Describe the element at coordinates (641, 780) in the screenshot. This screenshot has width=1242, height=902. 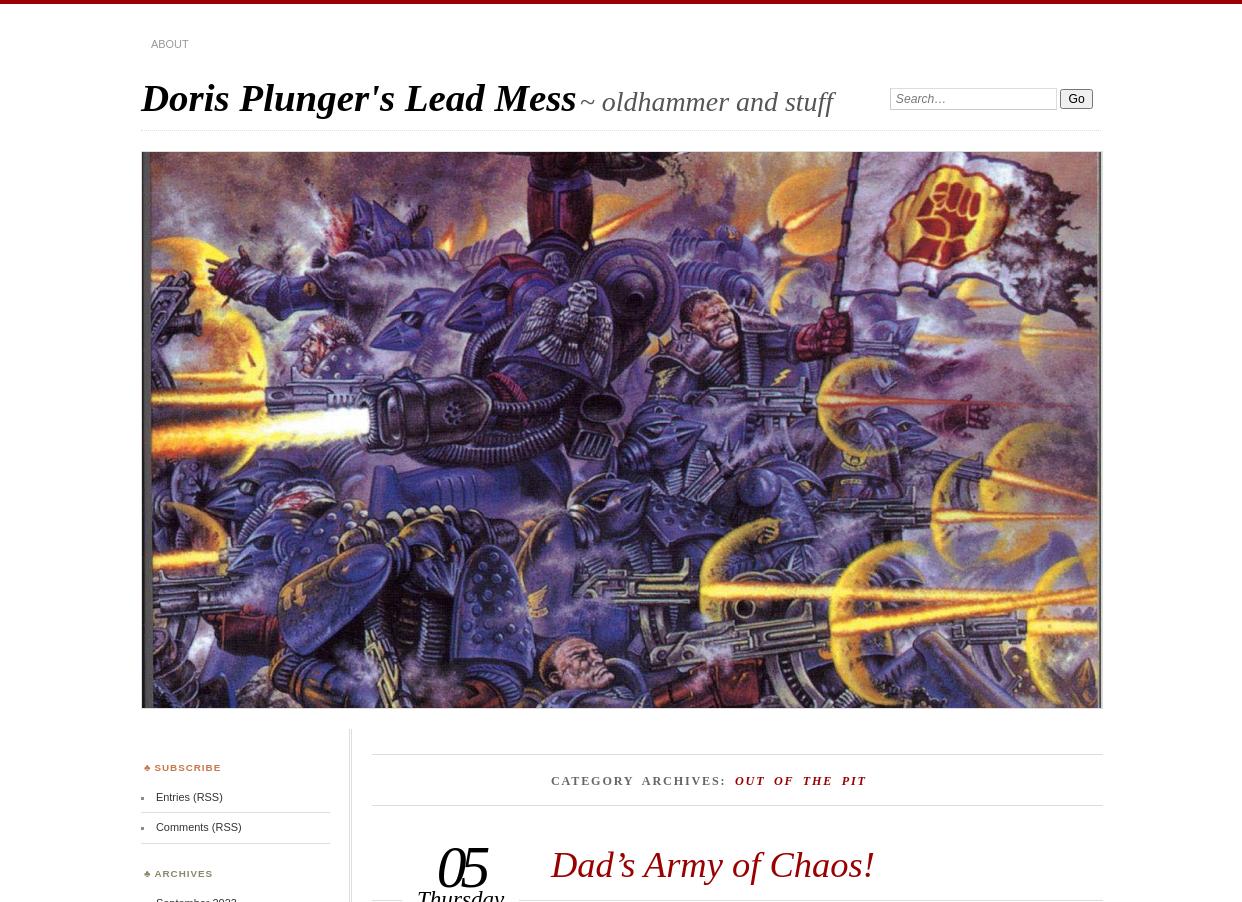
I see `'Category Archives:'` at that location.